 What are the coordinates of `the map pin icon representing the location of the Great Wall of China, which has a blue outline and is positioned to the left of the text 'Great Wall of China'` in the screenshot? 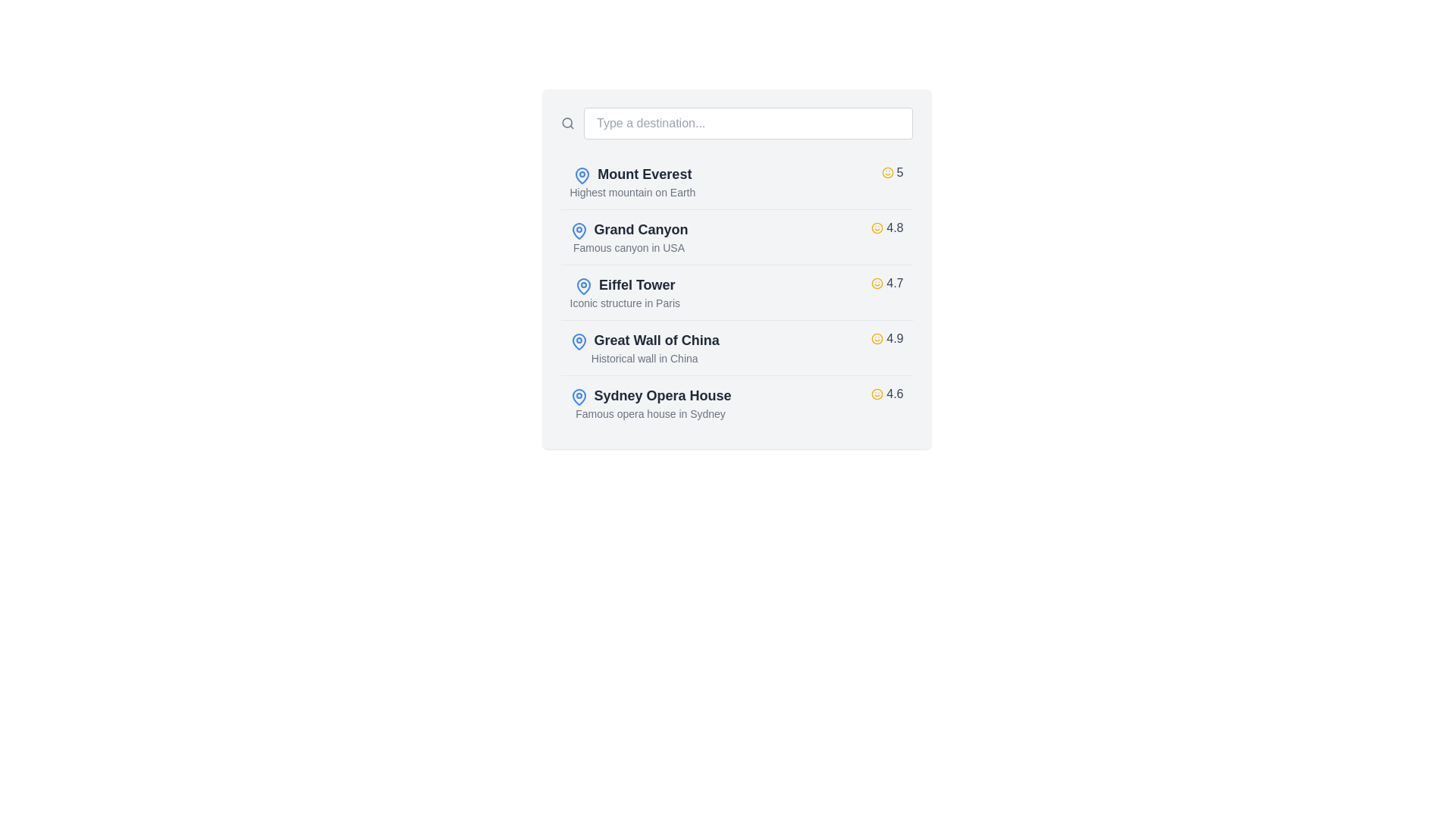 It's located at (578, 341).